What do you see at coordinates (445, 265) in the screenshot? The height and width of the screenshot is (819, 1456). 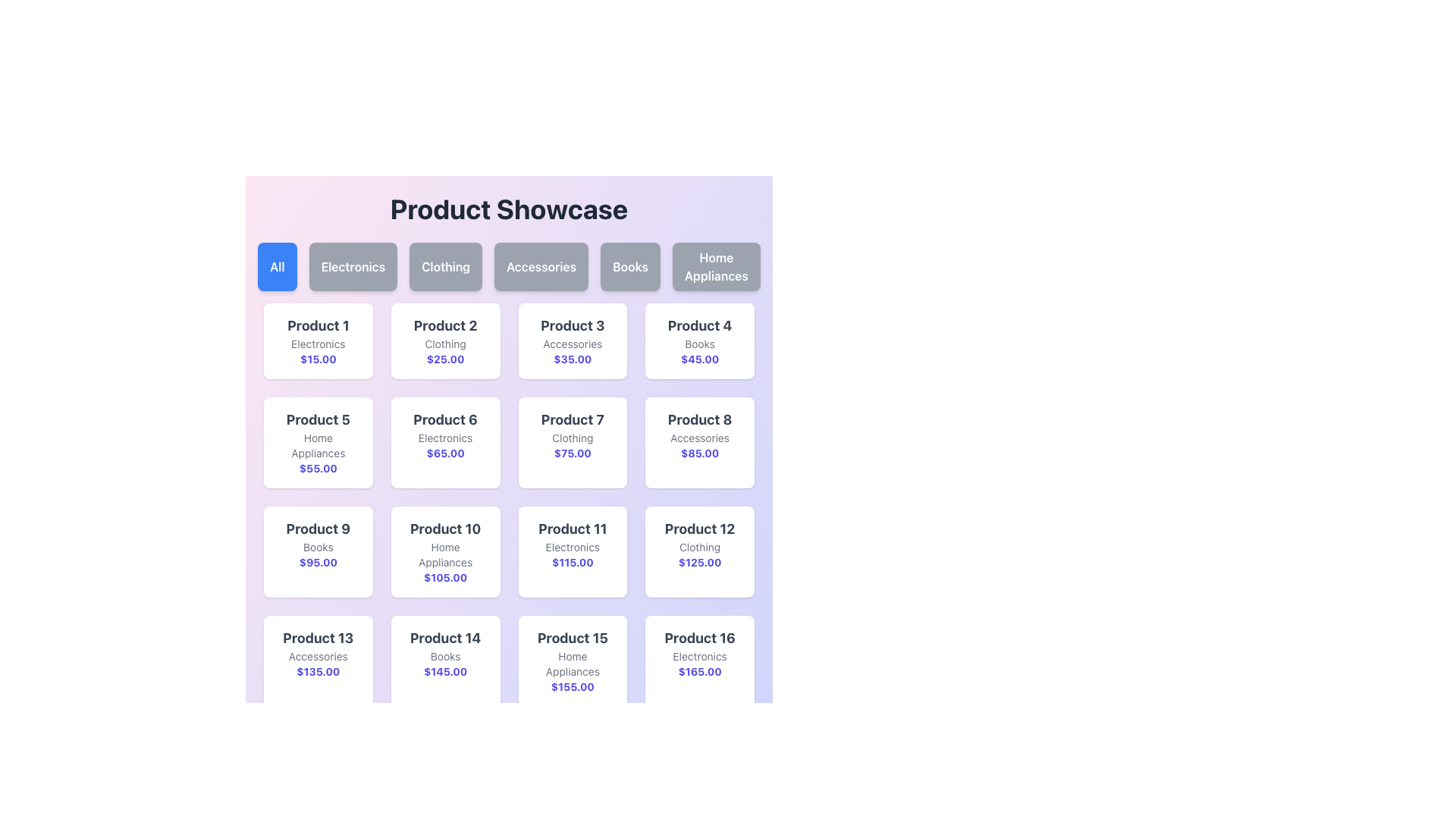 I see `the 'Clothing' button, which is a rounded rectangular button with white text on a gray background, to filter products by the 'Clothing' category` at bounding box center [445, 265].